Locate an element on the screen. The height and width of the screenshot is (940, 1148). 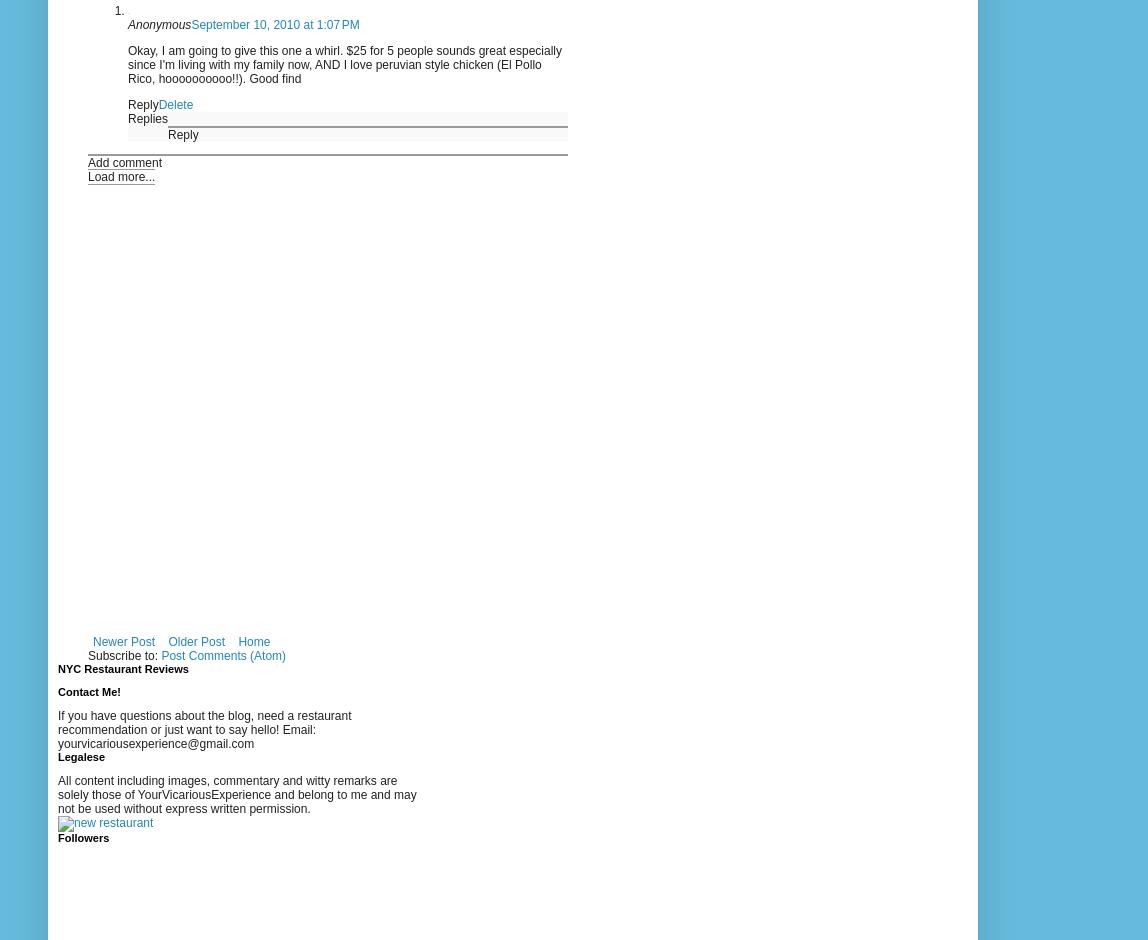
'Contact Me!' is located at coordinates (57, 689).